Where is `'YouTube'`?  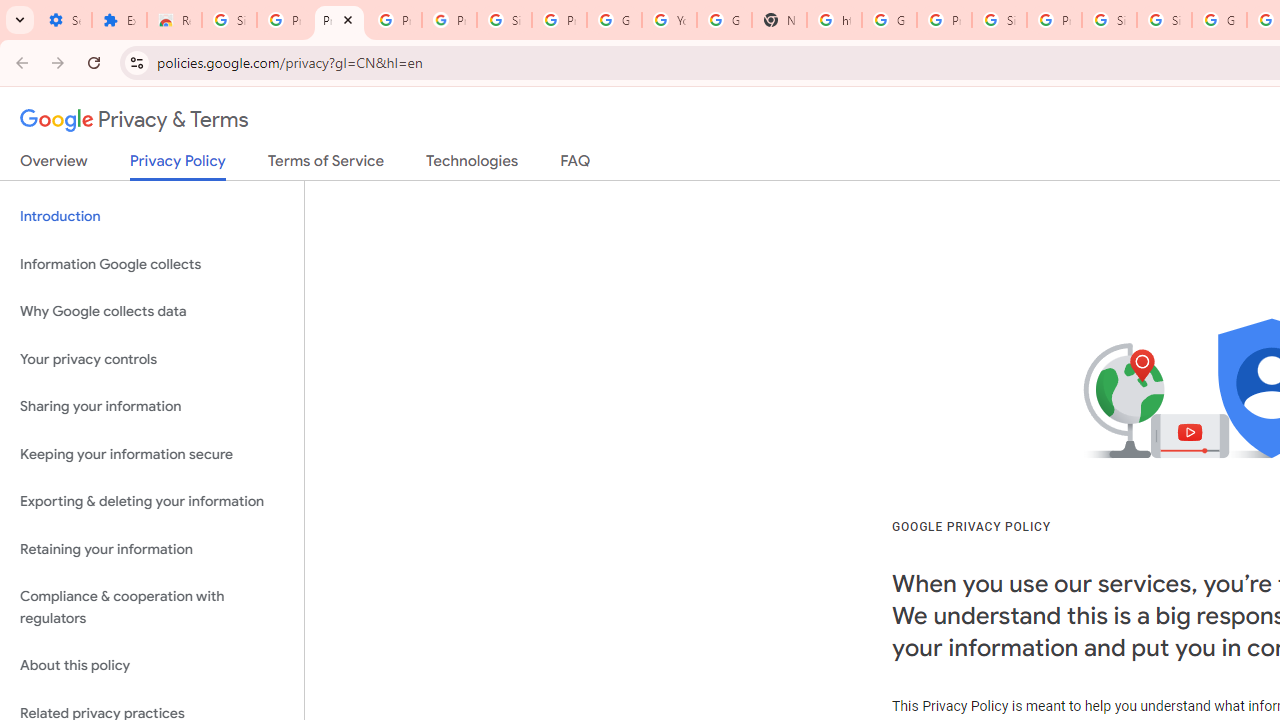
'YouTube' is located at coordinates (670, 20).